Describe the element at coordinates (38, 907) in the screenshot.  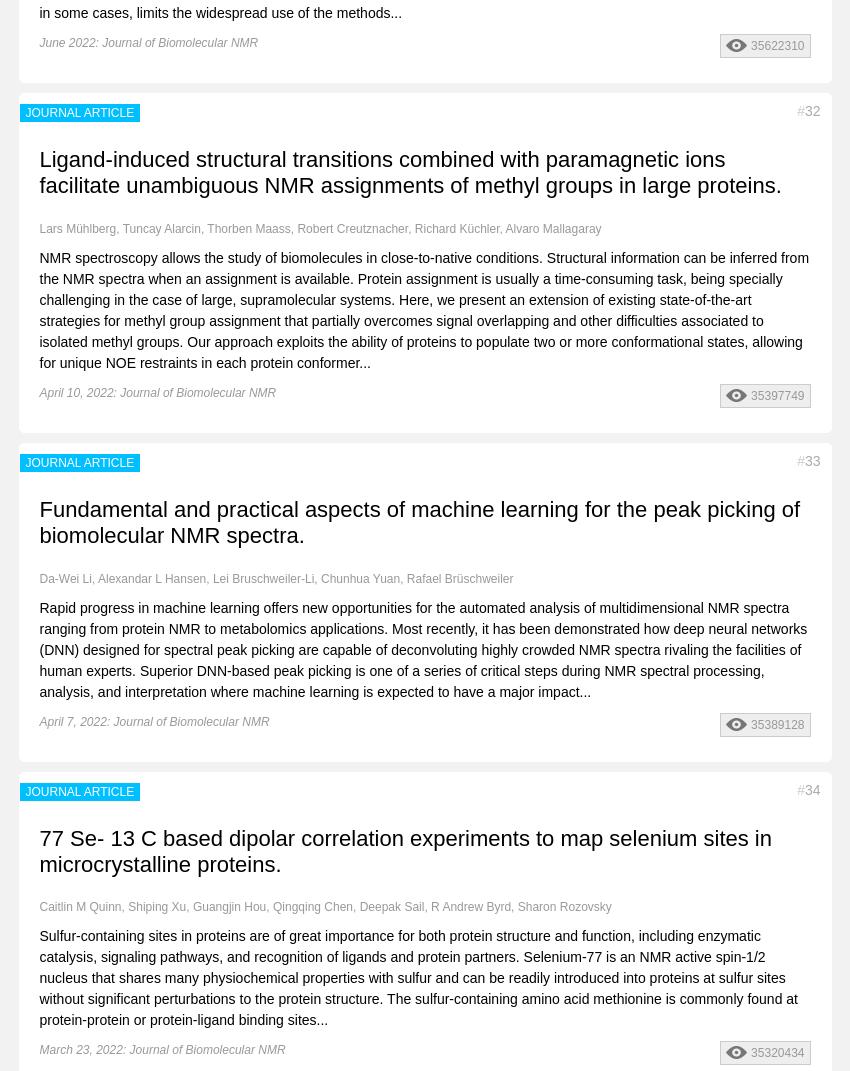
I see `'Caitlin M Quinn, Shiping Xu, Guangjin Hou, Qingqing Chen, Deepak Sail, R Andrew Byrd, Sharon Rozovsky'` at that location.